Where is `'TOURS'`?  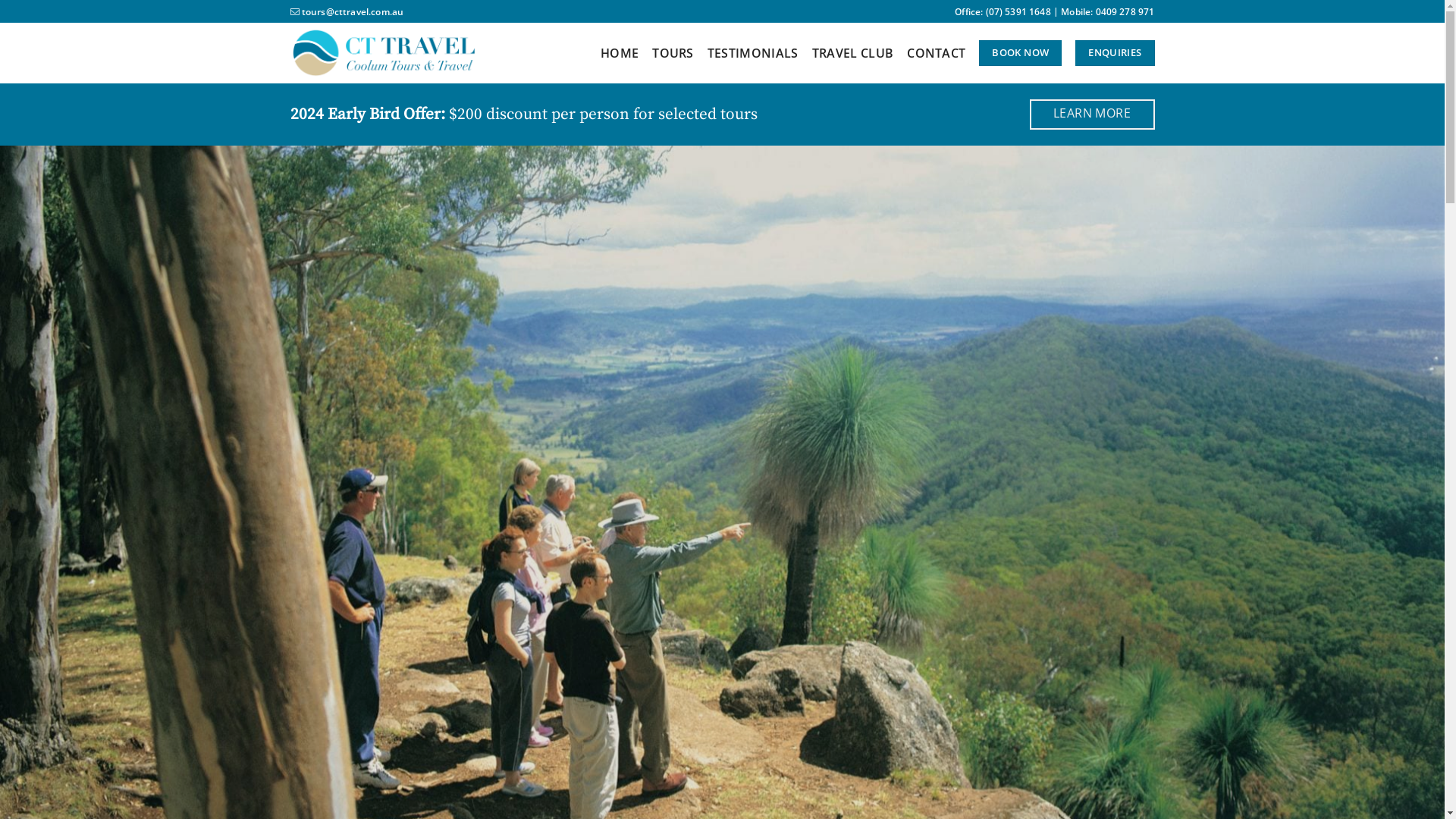
'TOURS' is located at coordinates (672, 52).